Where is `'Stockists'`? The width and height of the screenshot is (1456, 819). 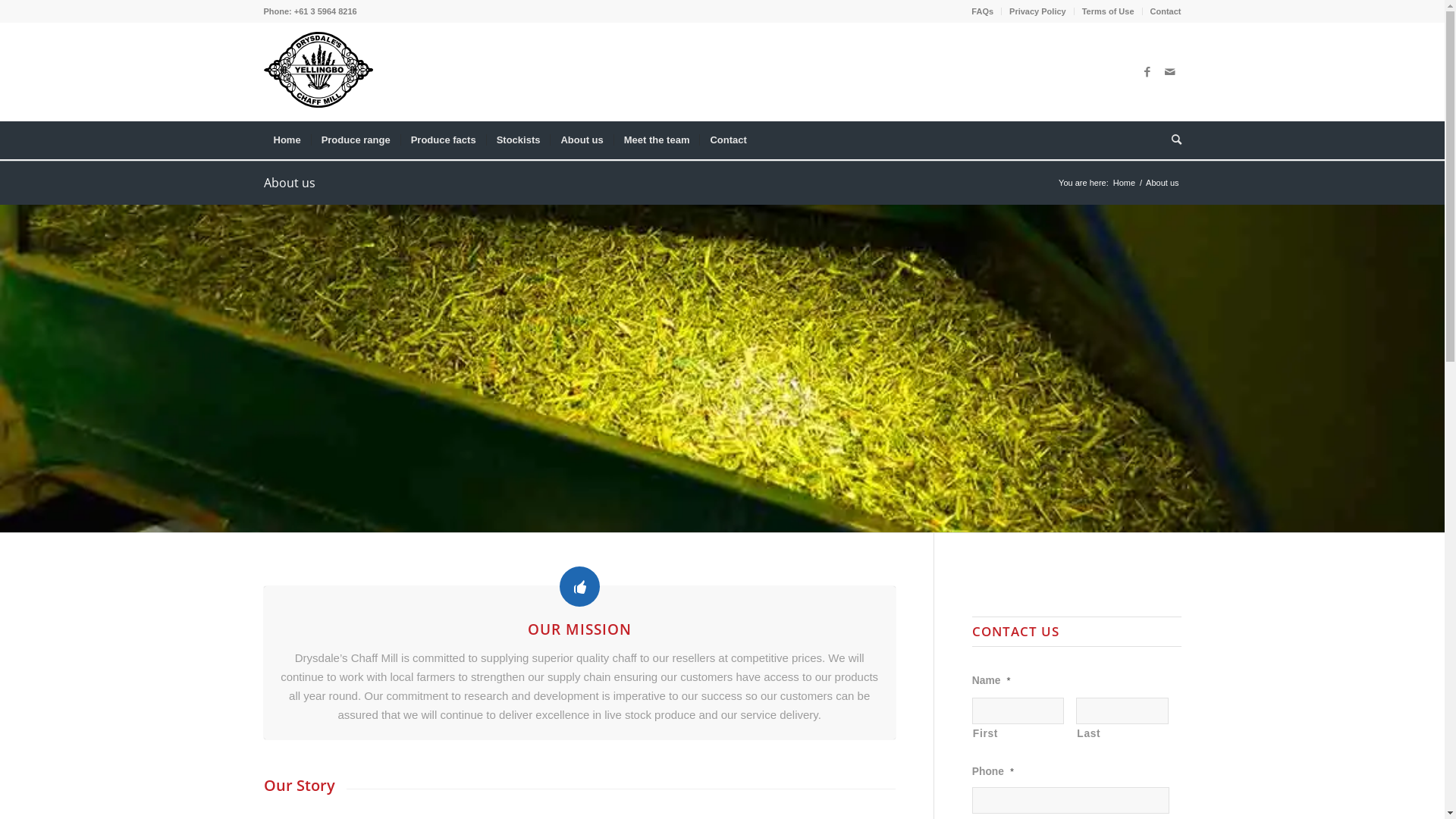
'Stockists' is located at coordinates (518, 140).